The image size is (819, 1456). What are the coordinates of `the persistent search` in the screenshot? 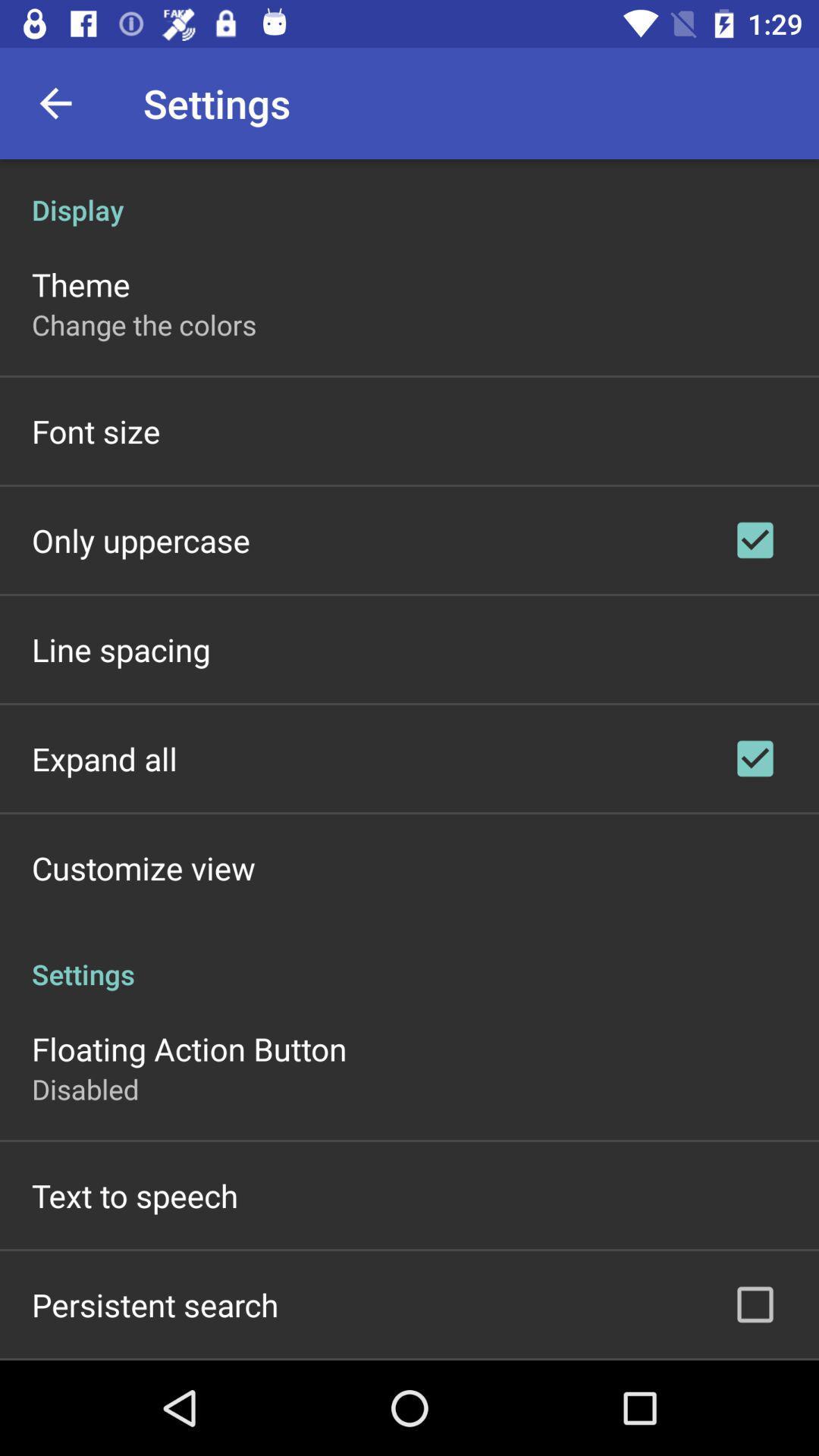 It's located at (155, 1304).